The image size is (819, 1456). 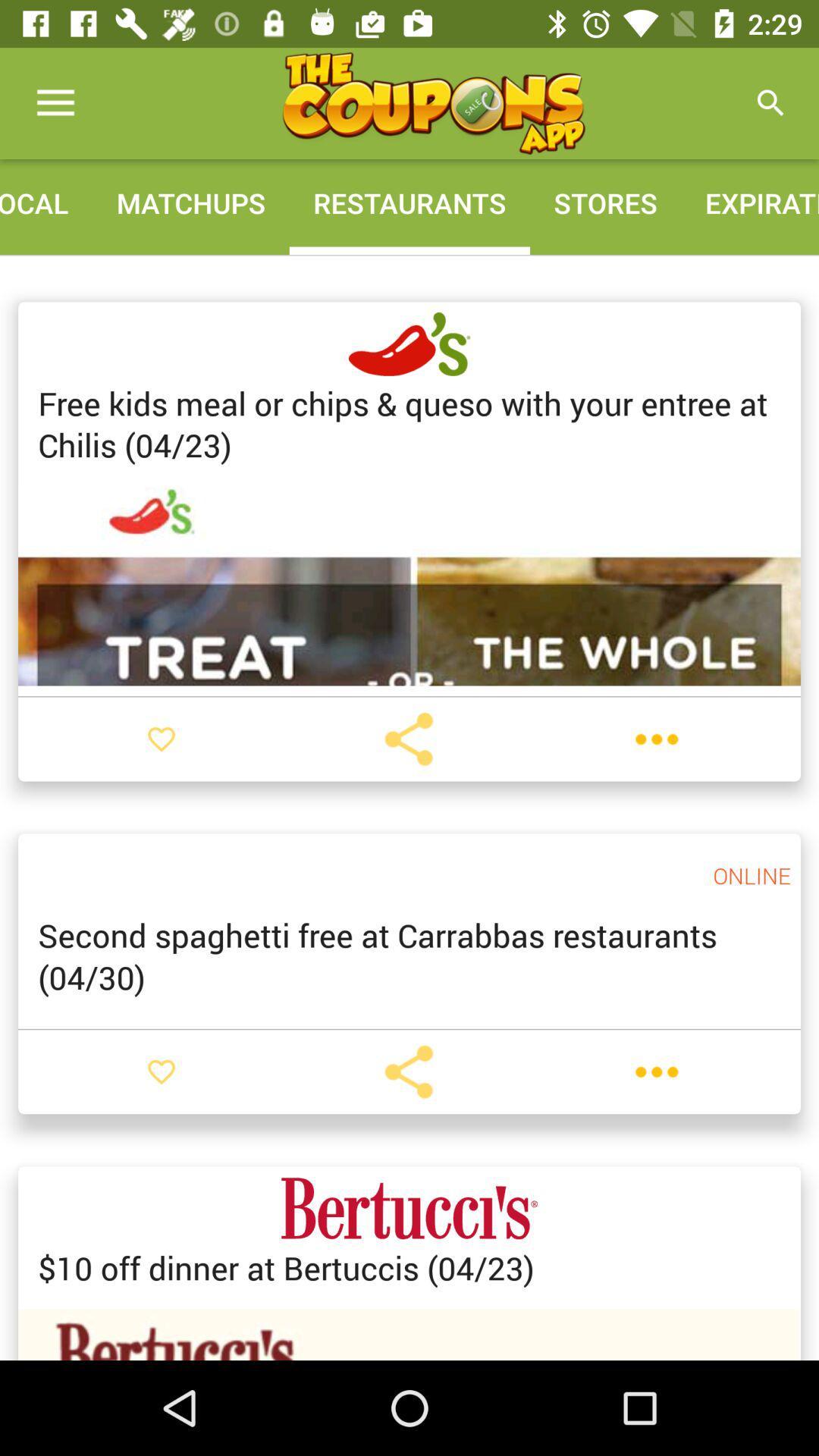 What do you see at coordinates (408, 1071) in the screenshot?
I see `share coupon` at bounding box center [408, 1071].